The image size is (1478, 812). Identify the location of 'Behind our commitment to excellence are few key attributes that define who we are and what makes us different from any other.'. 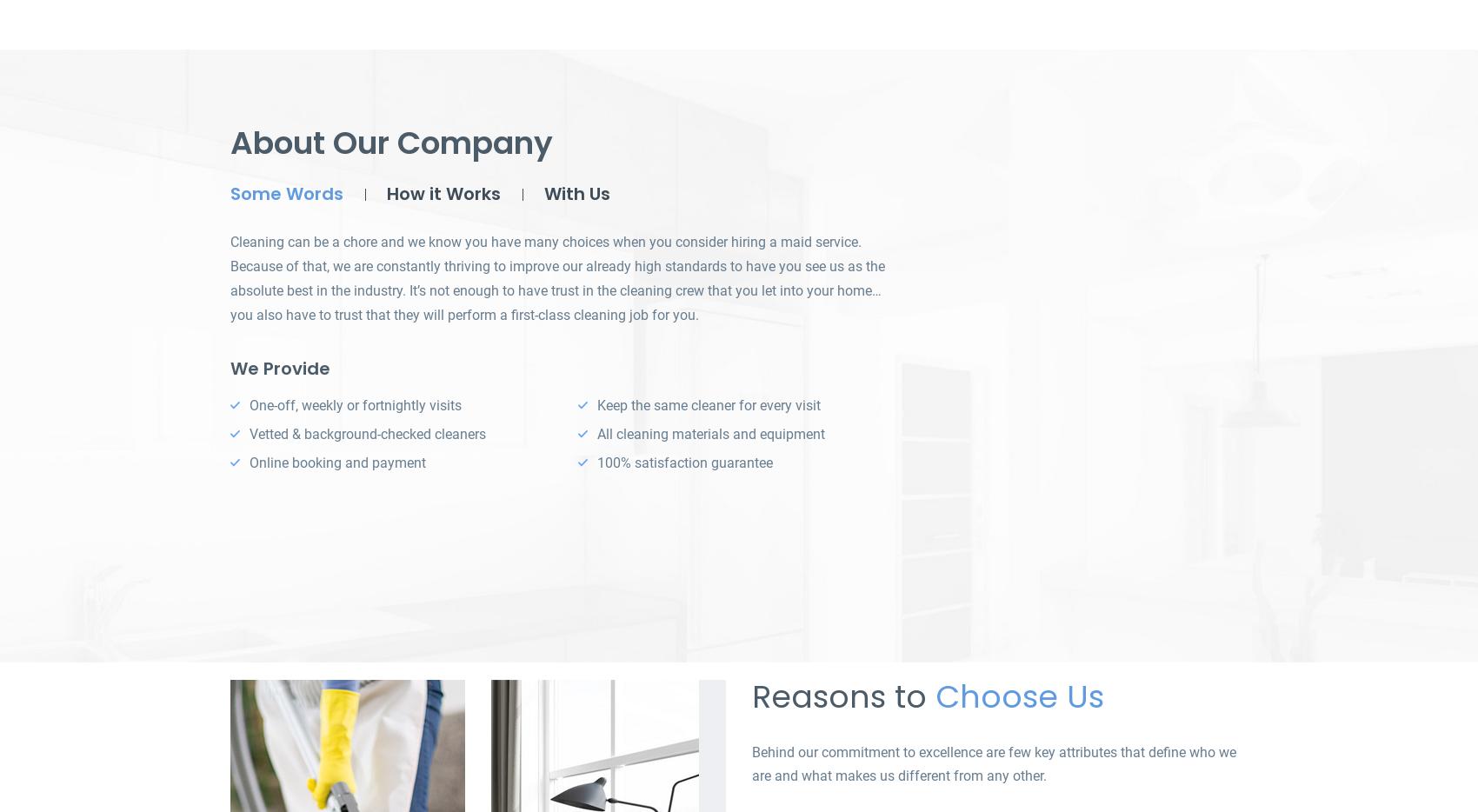
(751, 762).